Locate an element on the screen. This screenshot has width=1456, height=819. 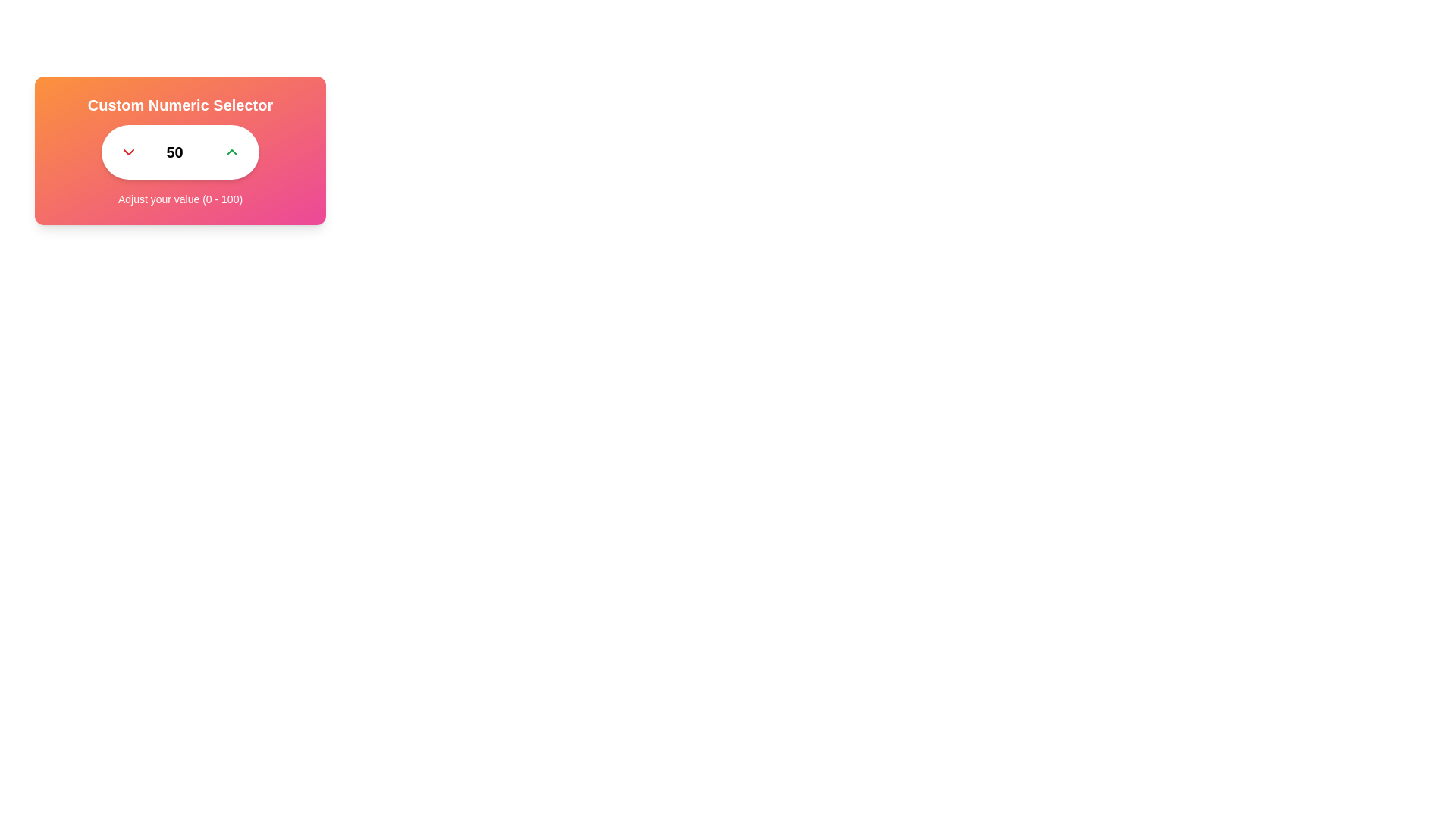
the small upward arrow icon within the green circular button, which is the increment button located to the right of the numeric selector input field is located at coordinates (231, 152).